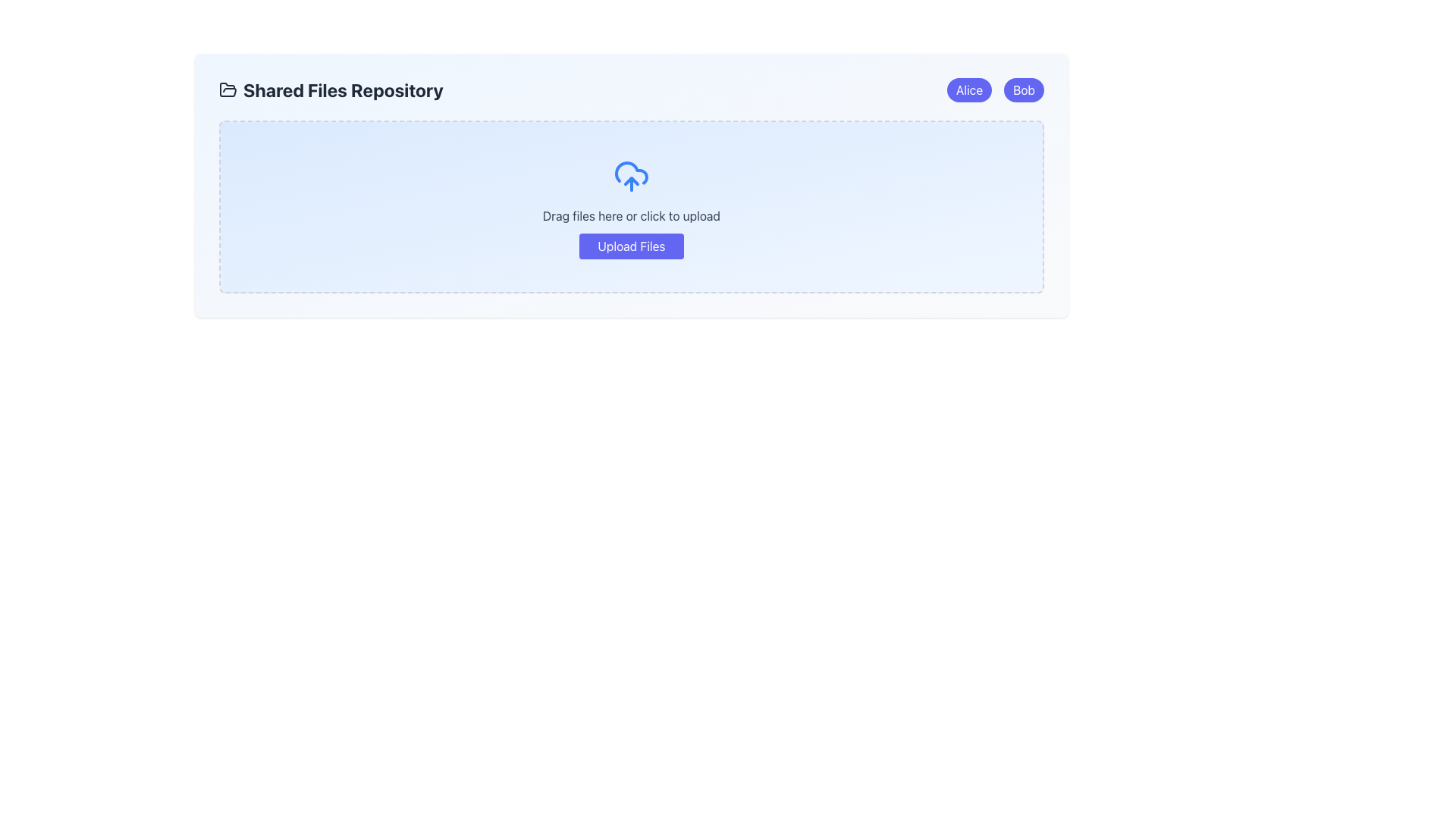  Describe the element at coordinates (631, 216) in the screenshot. I see `the text label displaying 'Drag files here or click to upload', which is located between the cloud icon above and the 'Upload Files' button below` at that location.